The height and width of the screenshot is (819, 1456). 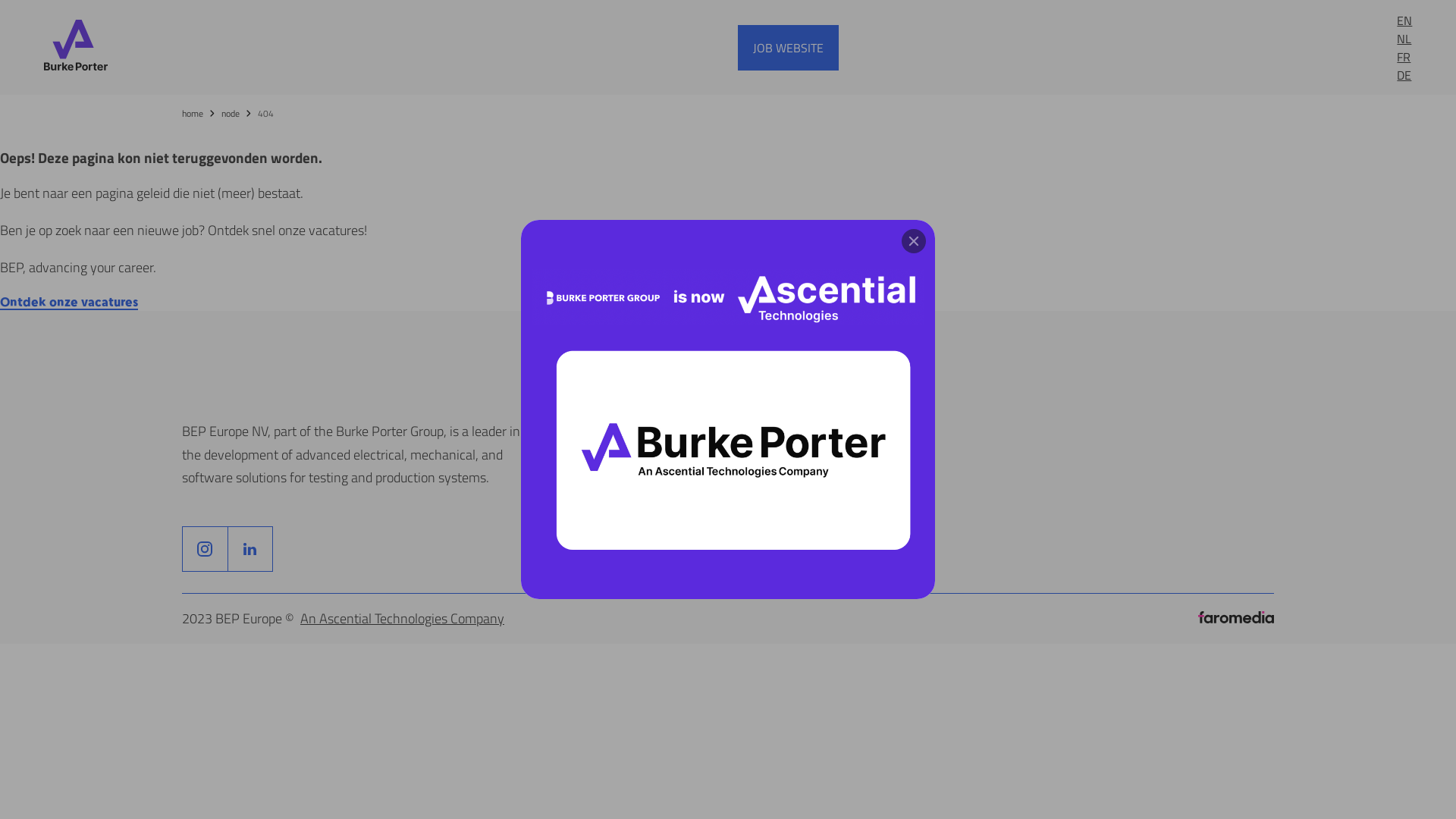 What do you see at coordinates (250, 549) in the screenshot?
I see `'F'` at bounding box center [250, 549].